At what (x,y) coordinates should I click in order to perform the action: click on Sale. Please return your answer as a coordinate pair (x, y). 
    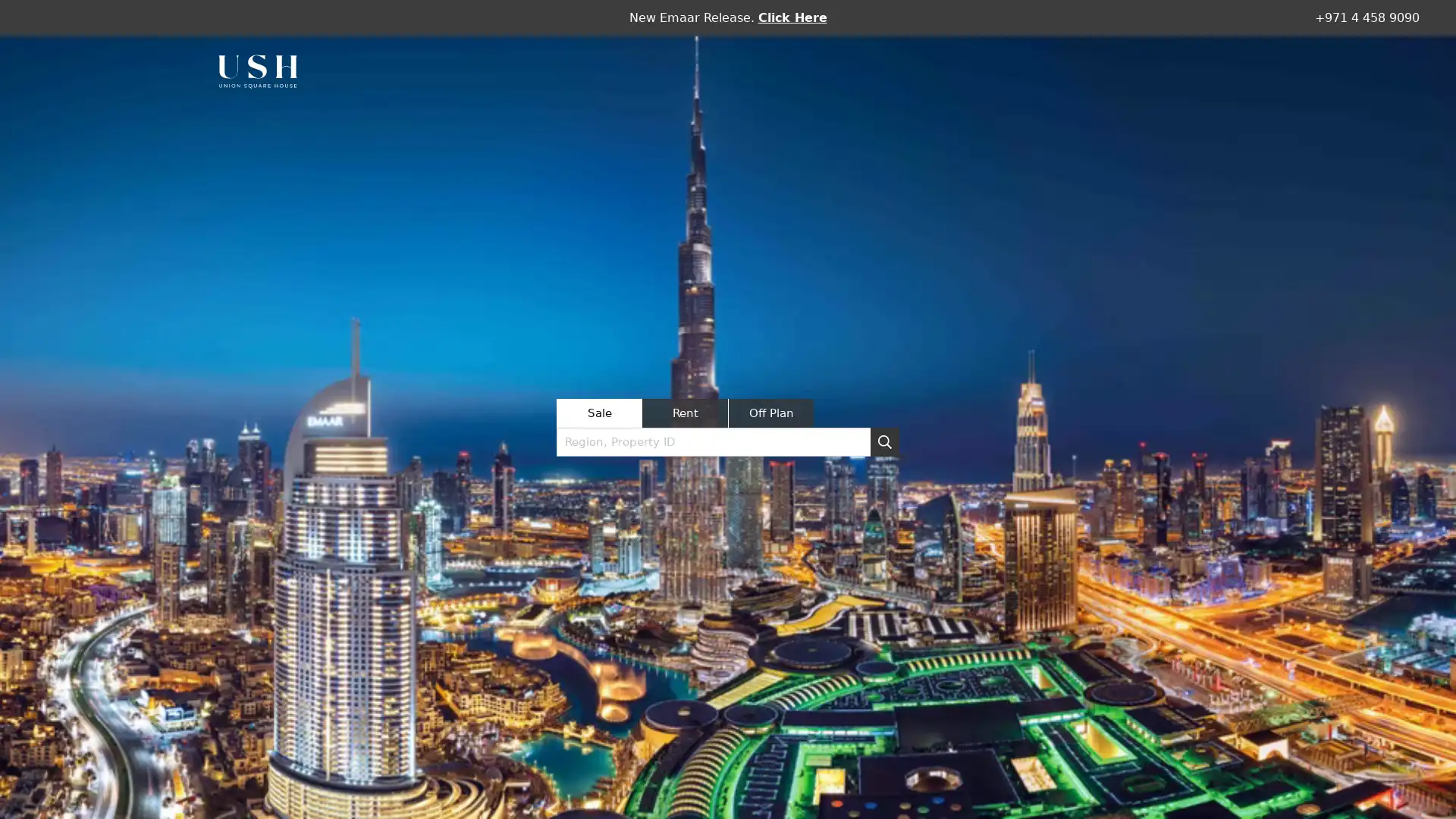
    Looking at the image, I should click on (598, 413).